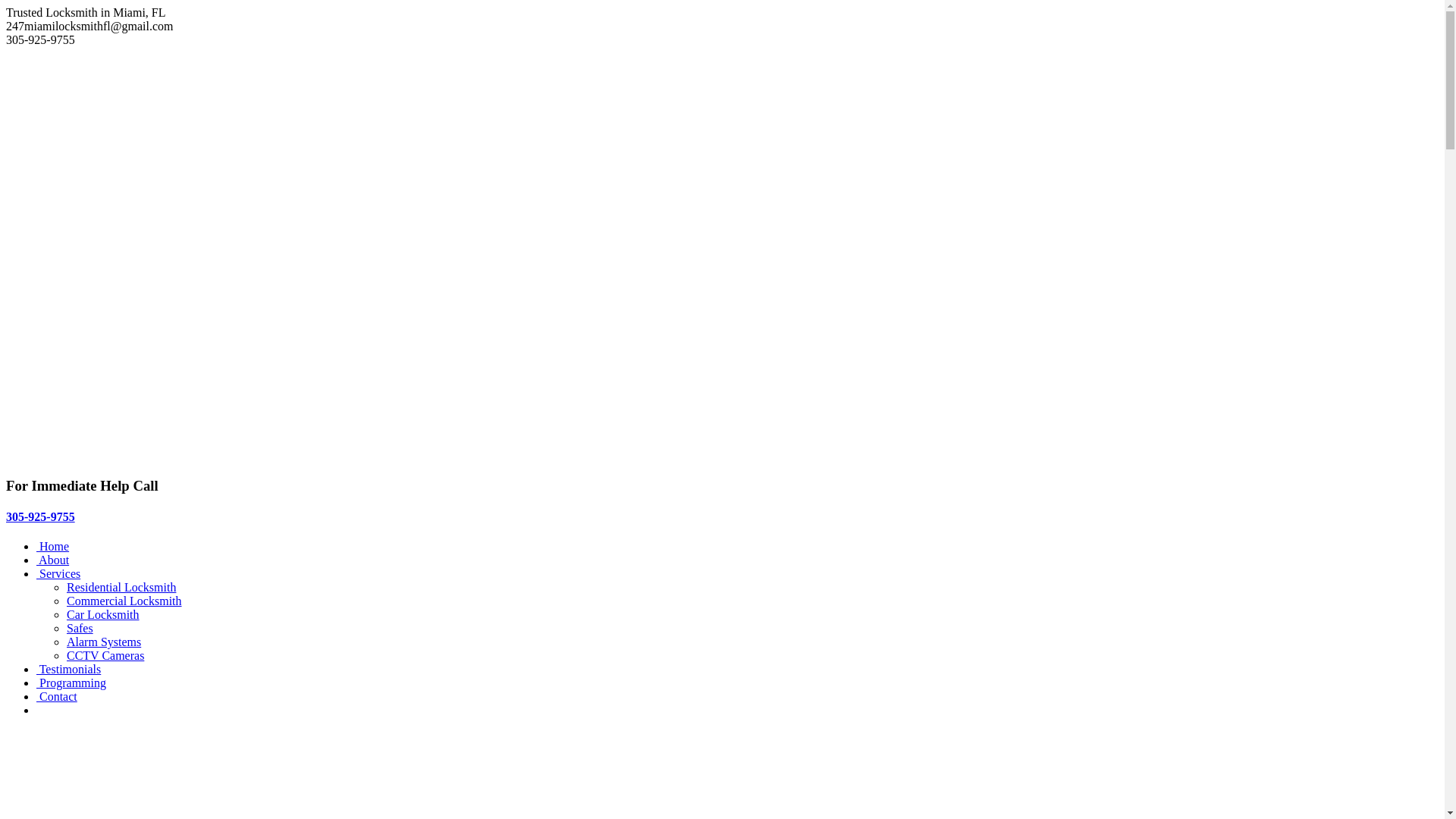  Describe the element at coordinates (65, 654) in the screenshot. I see `'CCTV Cameras'` at that location.